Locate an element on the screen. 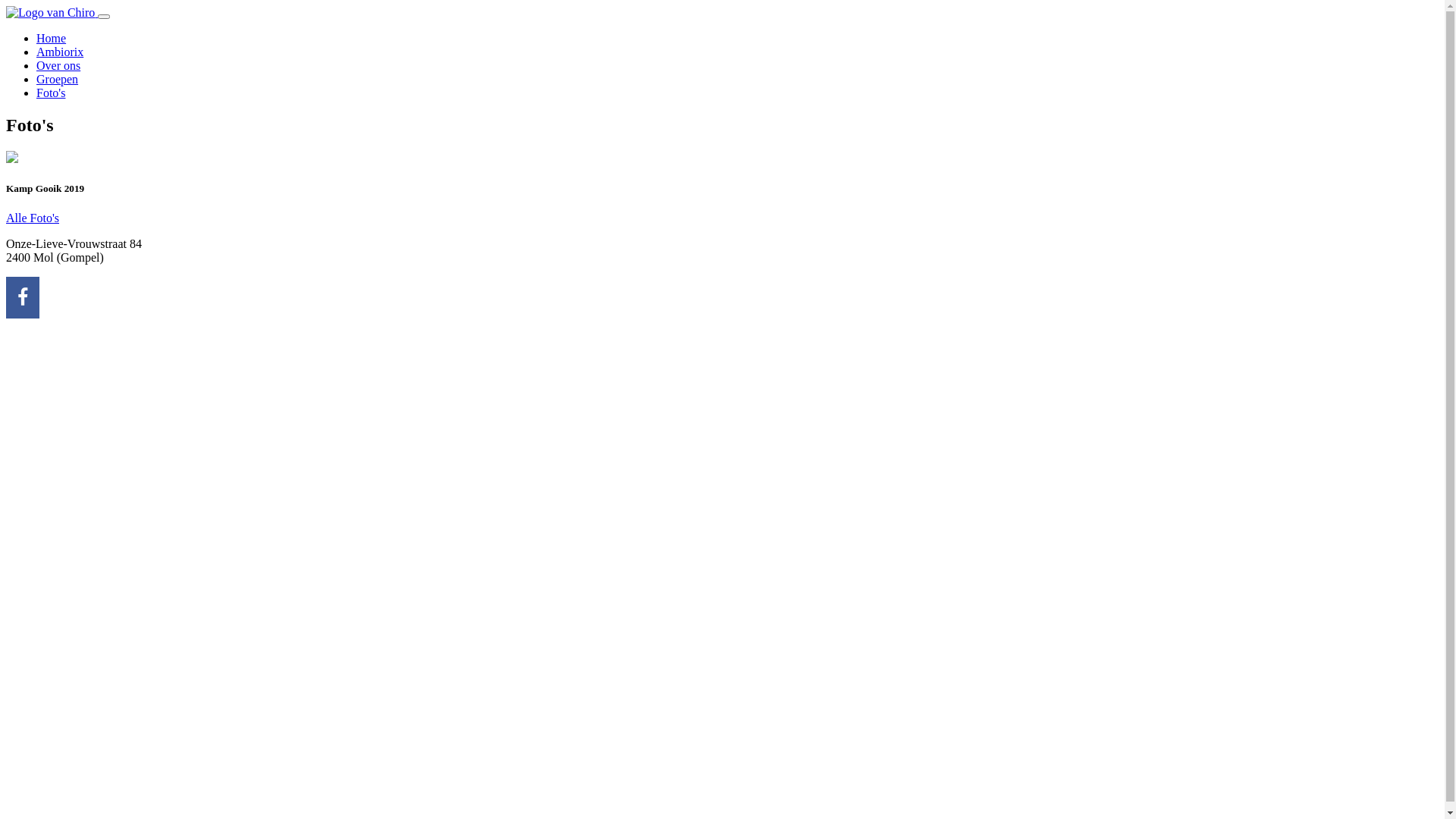 The image size is (1456, 819). 'Home' is located at coordinates (36, 37).